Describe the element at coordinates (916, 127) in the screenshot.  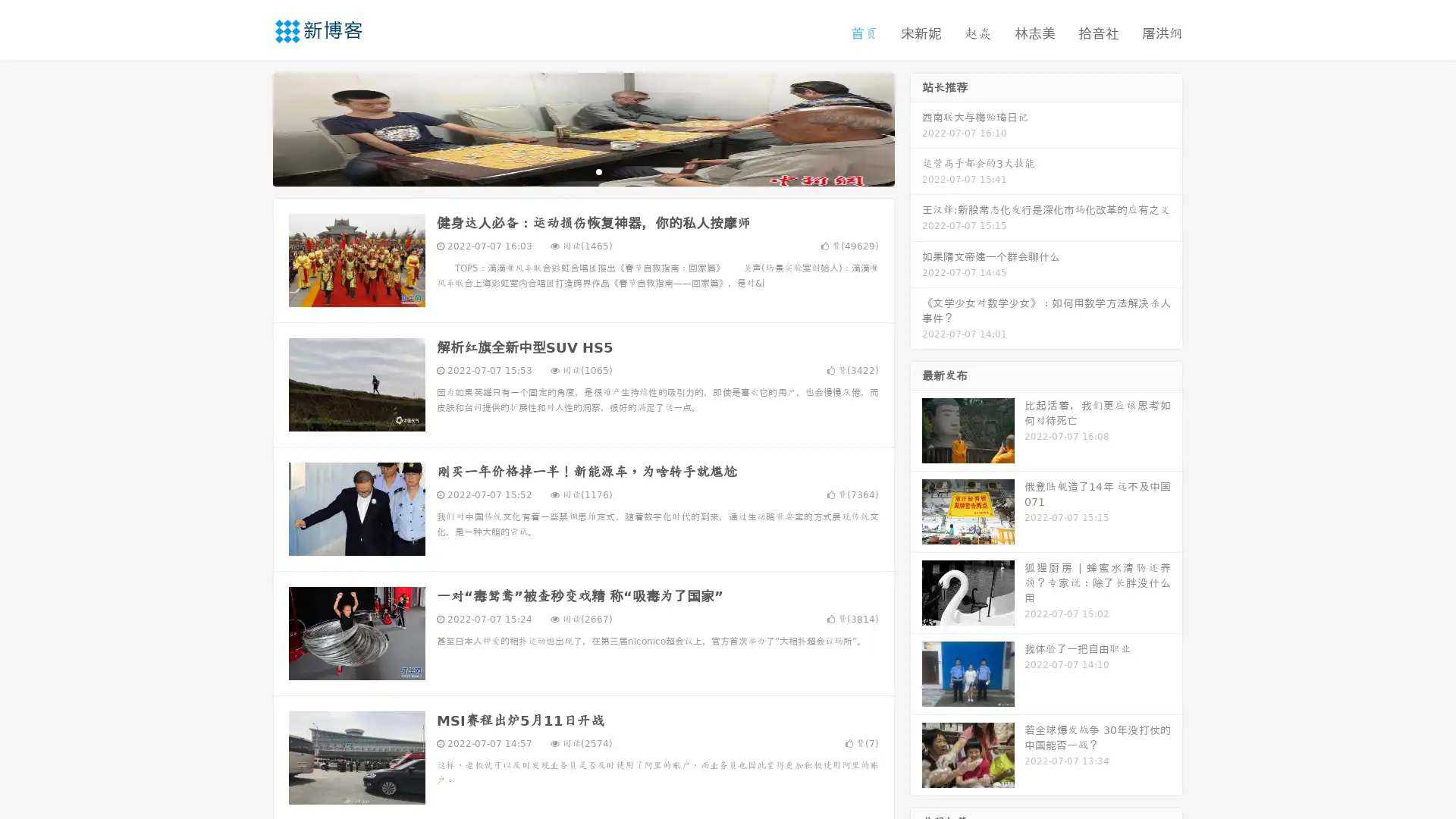
I see `Next slide` at that location.